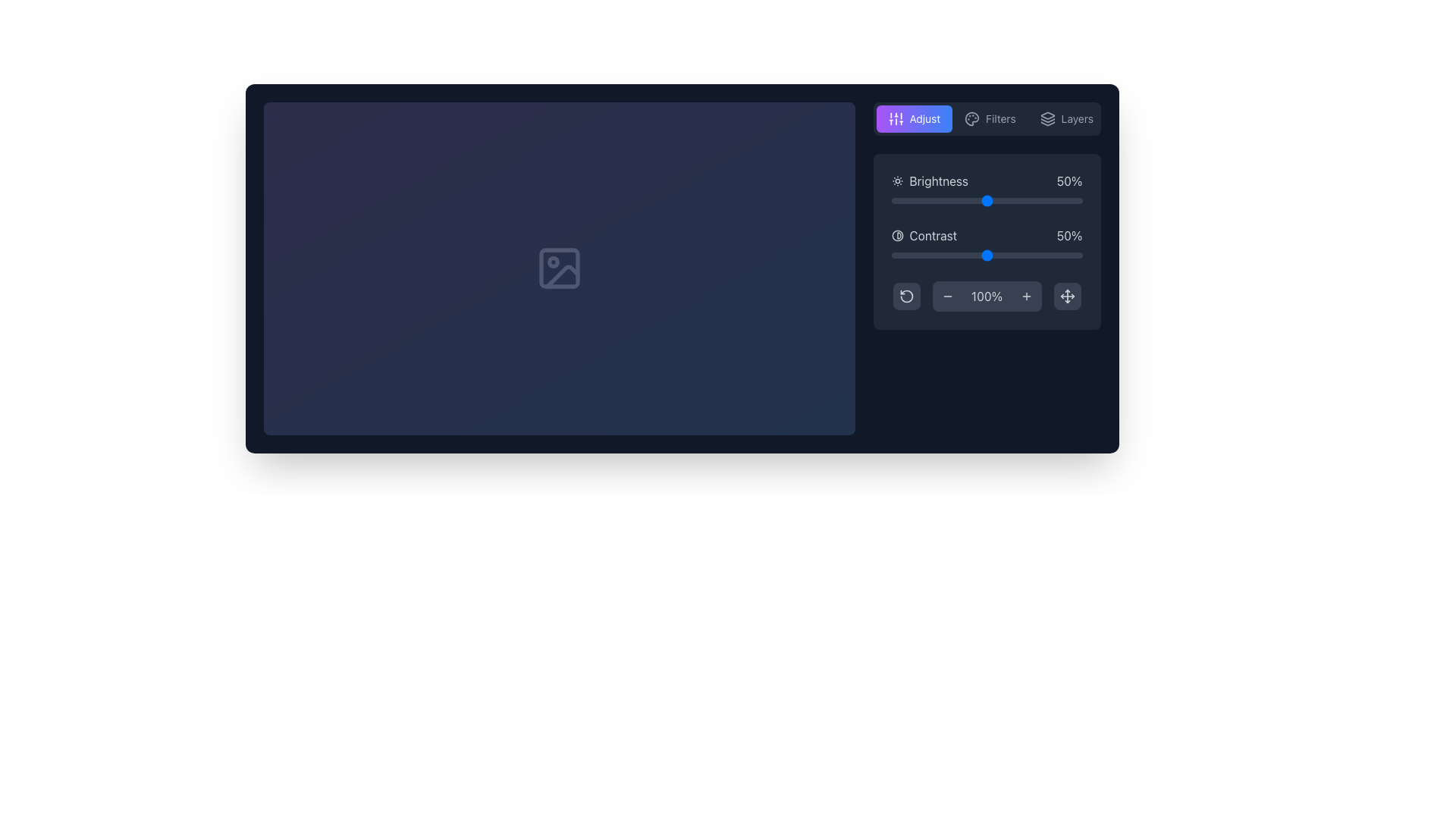  Describe the element at coordinates (1026, 296) in the screenshot. I see `the '+' icon button located at the bottom right section of the control panel` at that location.